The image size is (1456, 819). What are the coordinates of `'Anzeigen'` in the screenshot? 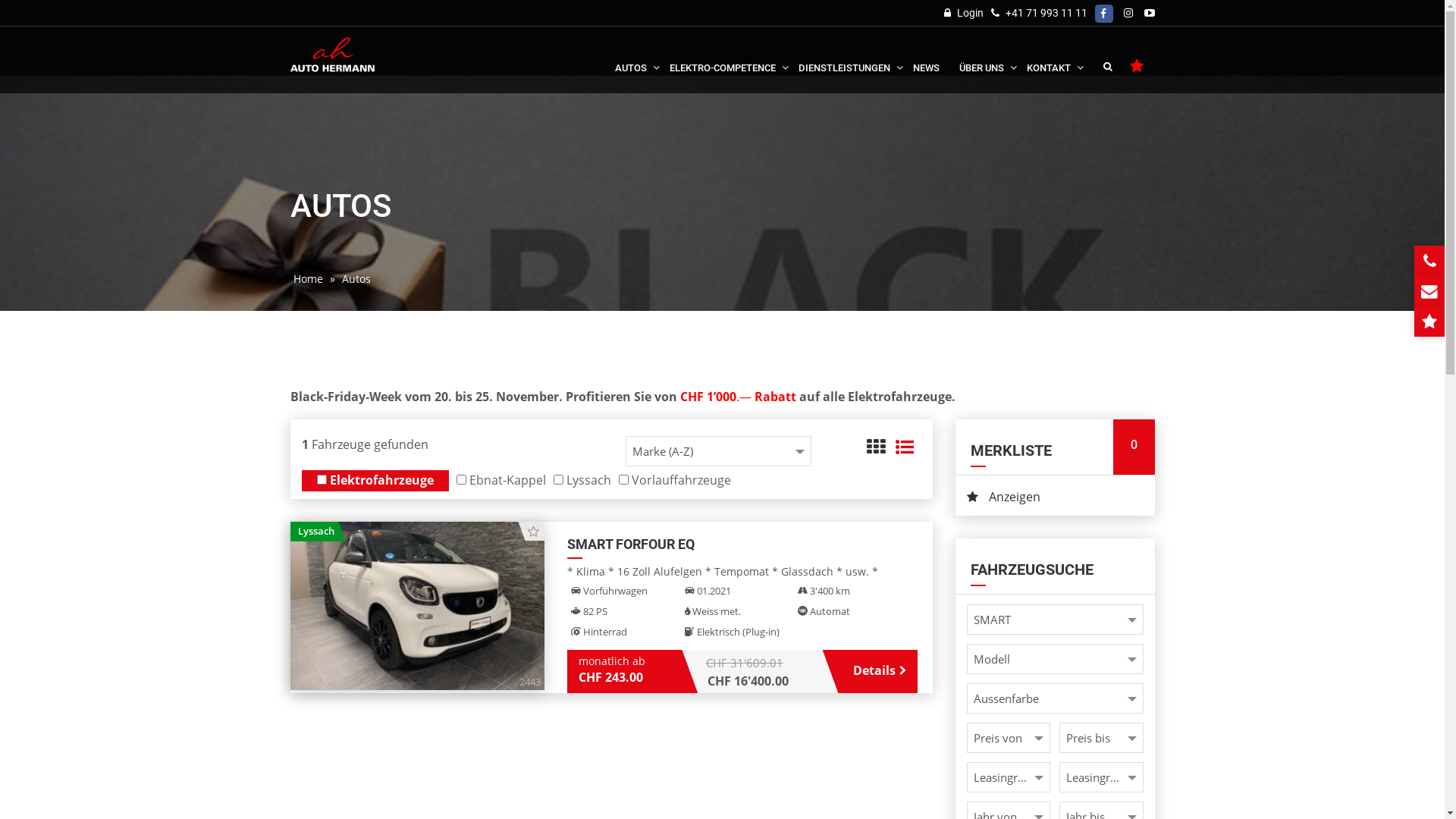 It's located at (1054, 497).